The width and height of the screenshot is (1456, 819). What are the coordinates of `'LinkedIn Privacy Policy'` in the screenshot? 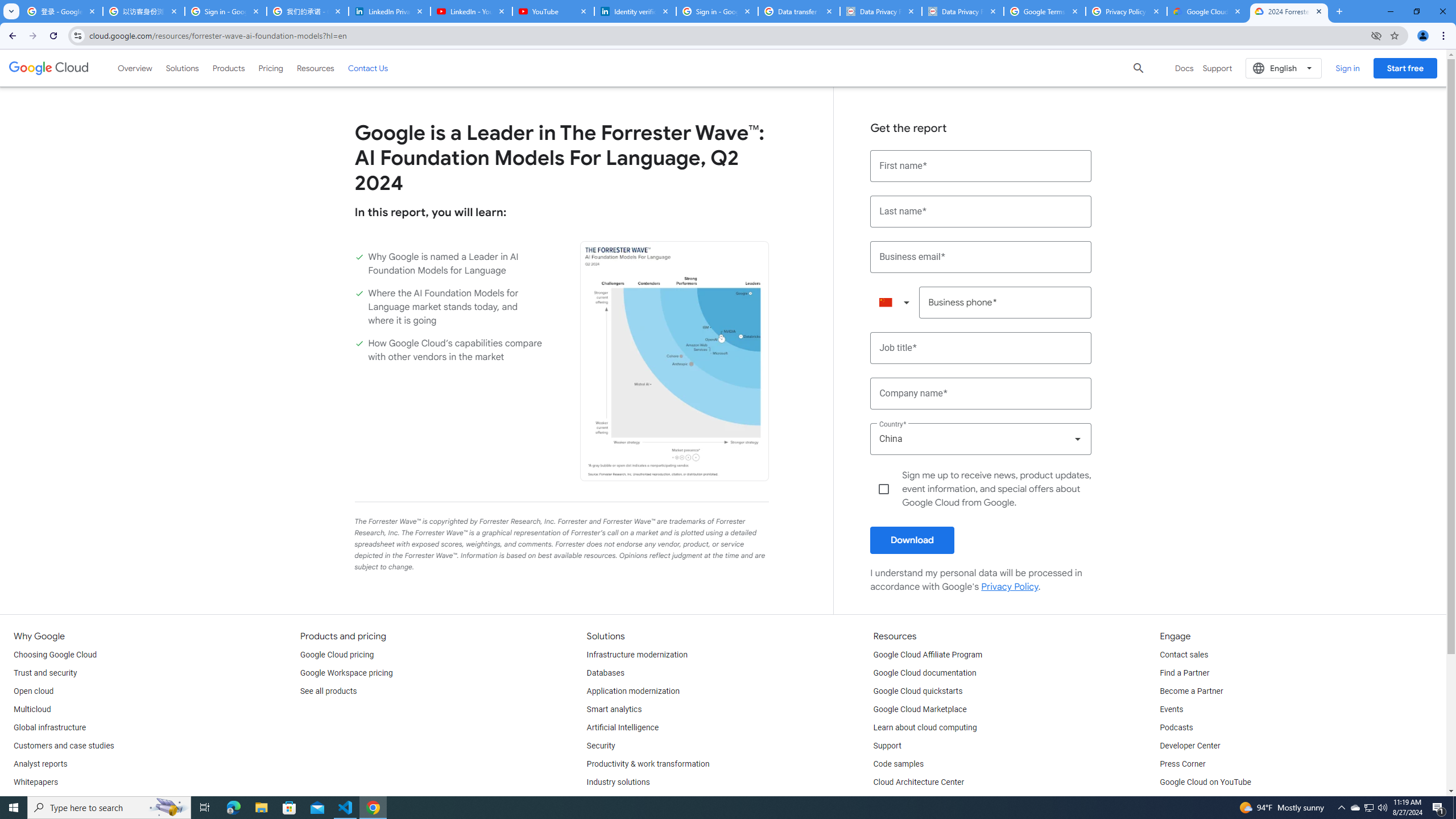 It's located at (389, 11).